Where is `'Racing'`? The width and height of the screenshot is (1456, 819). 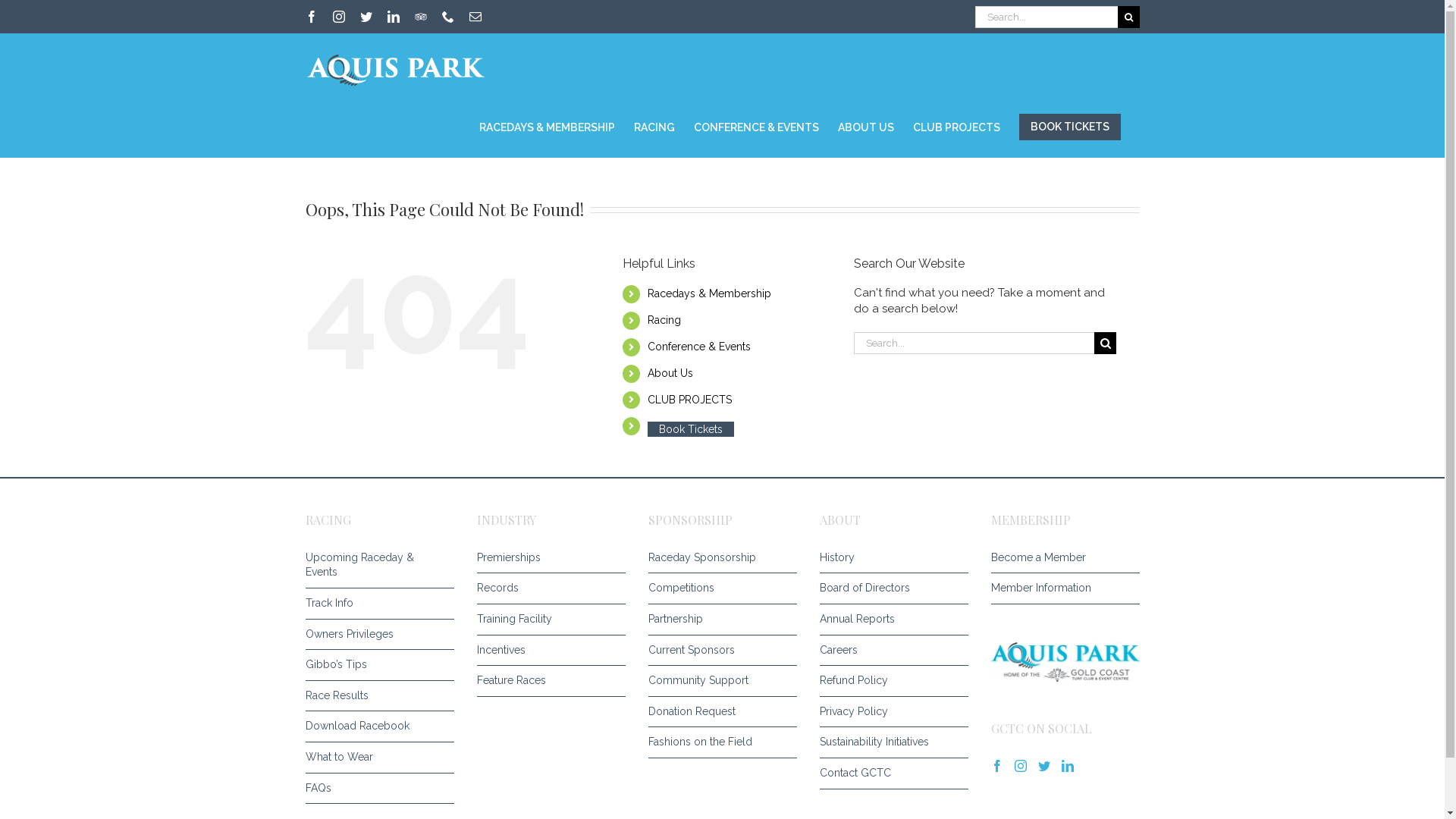
'Racing' is located at coordinates (664, 318).